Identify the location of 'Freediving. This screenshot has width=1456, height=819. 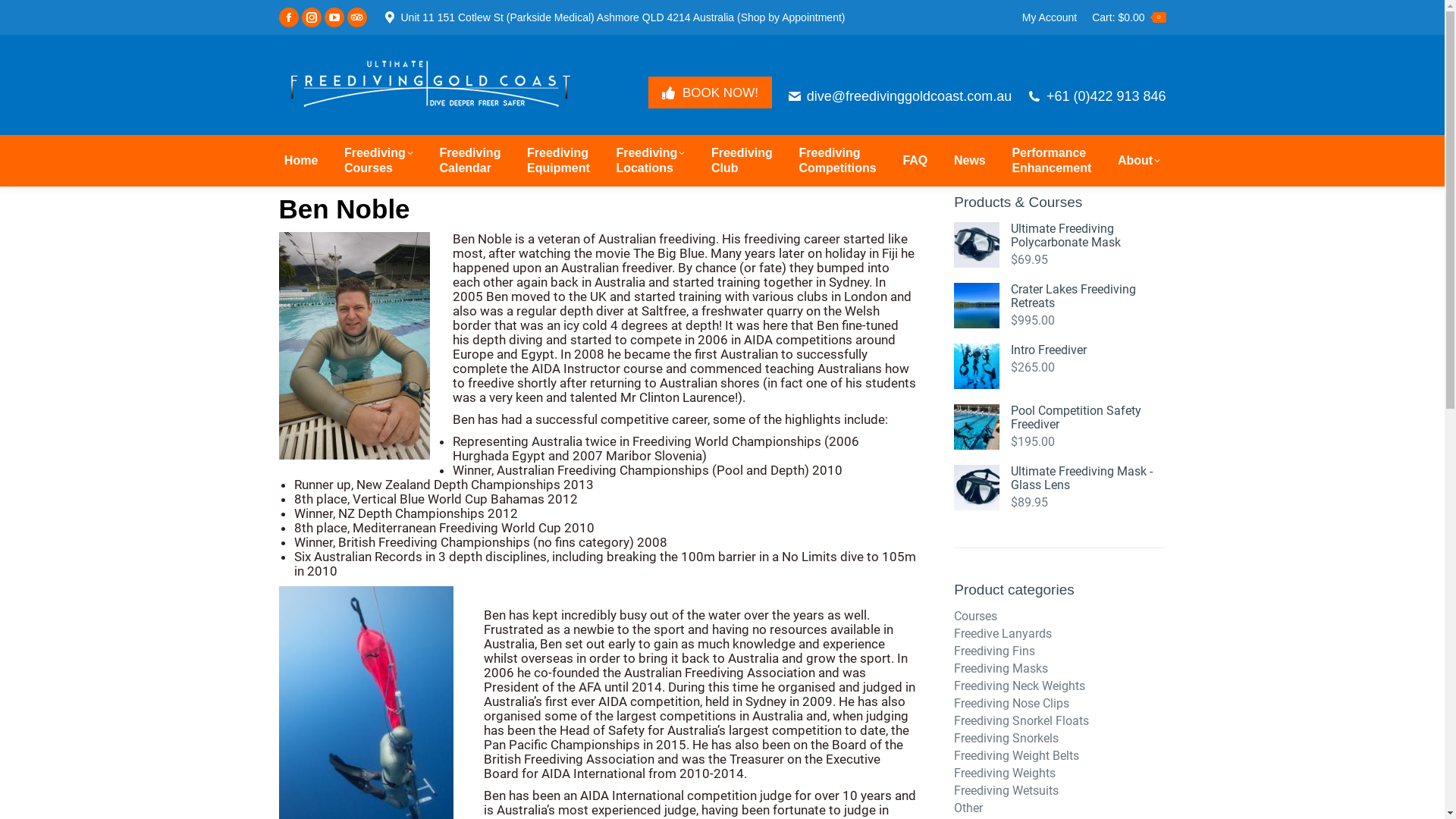
(378, 161).